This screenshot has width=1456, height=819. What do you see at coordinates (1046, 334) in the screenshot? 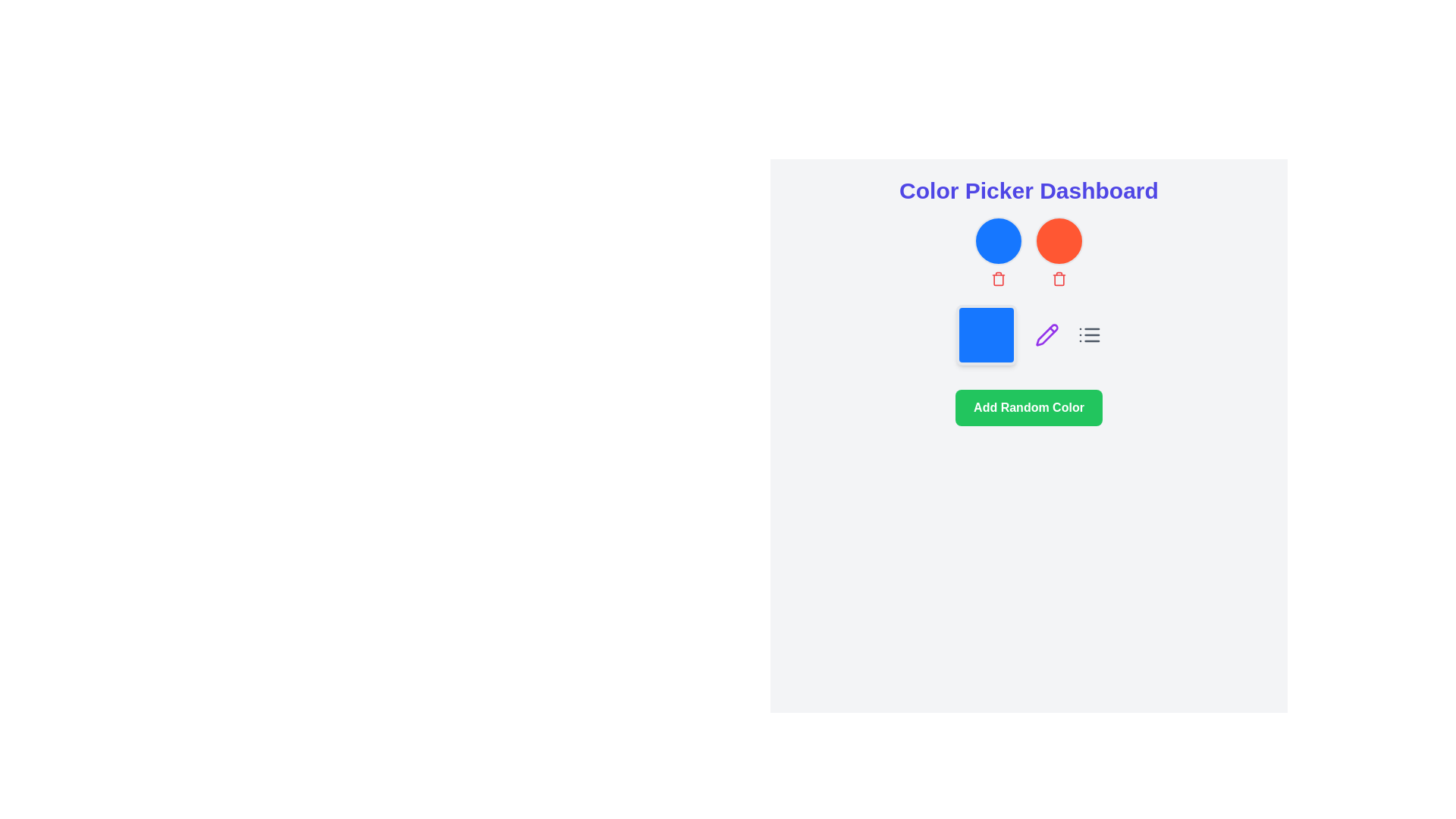
I see `the editing icon located to the right of a blue square element, which is the second column item in the group of icons below the circle elements` at bounding box center [1046, 334].